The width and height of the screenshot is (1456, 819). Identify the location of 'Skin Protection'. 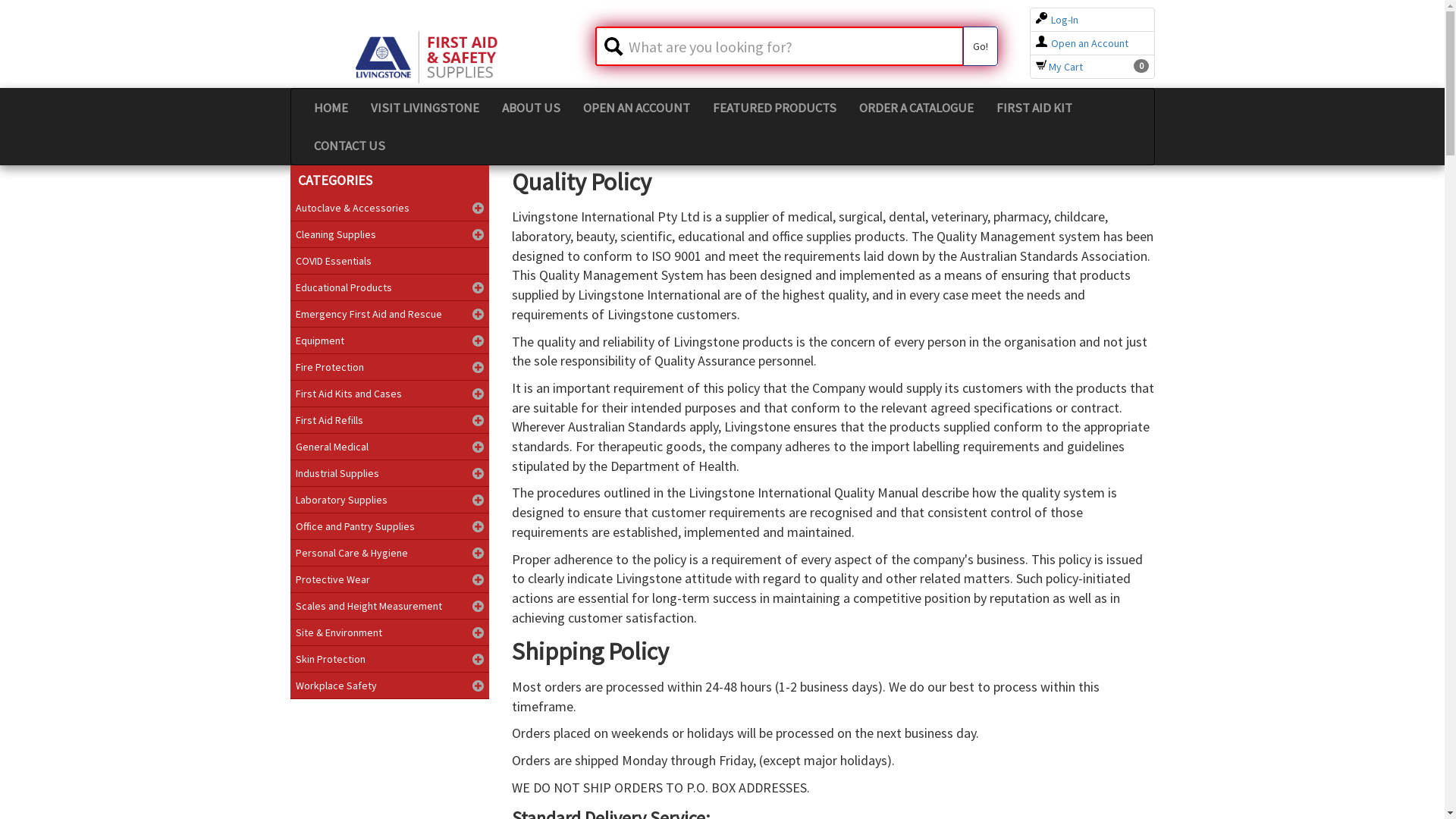
(290, 657).